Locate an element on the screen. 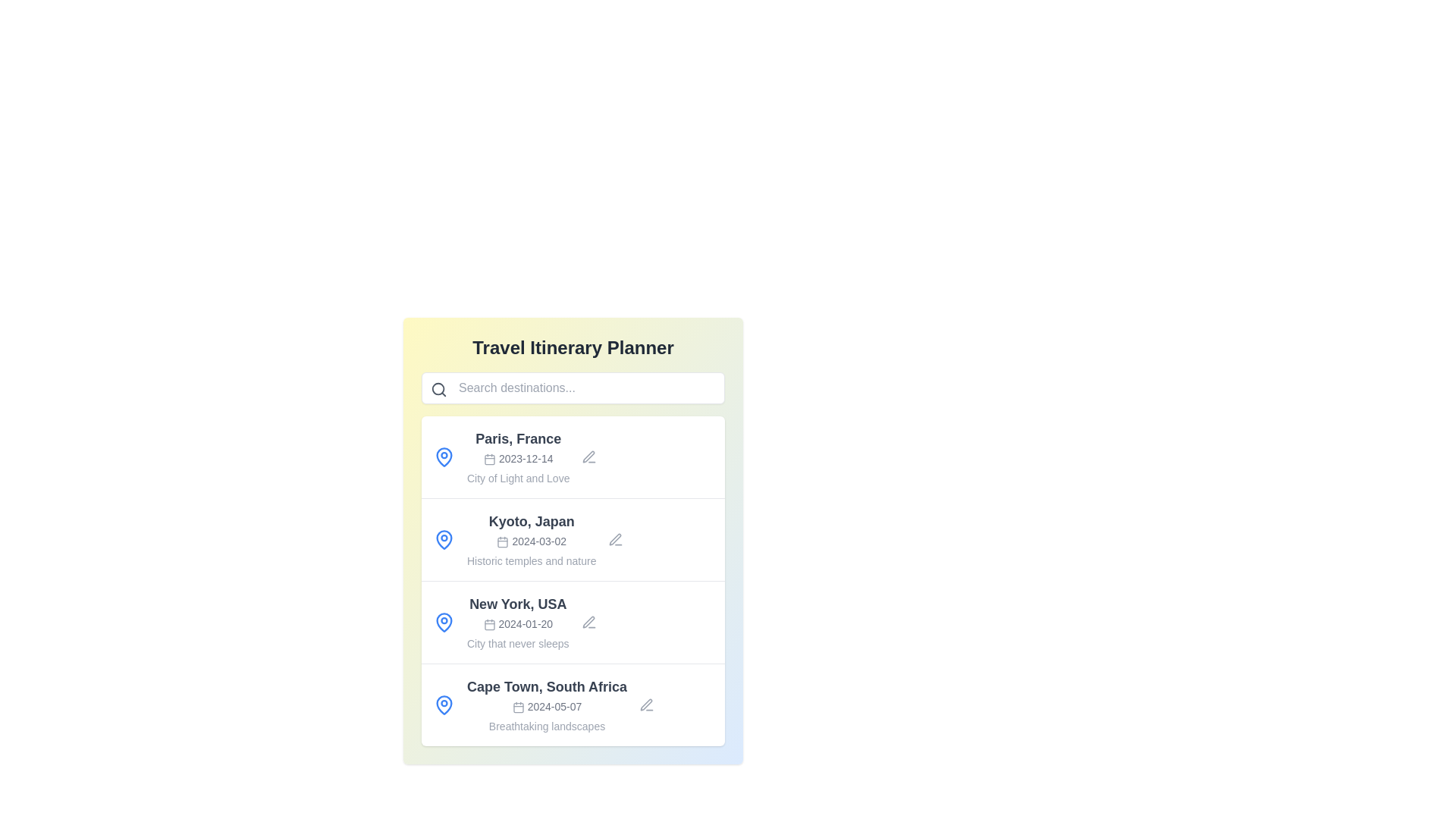 The image size is (1456, 819). the second list item in the travel destinations list is located at coordinates (572, 539).